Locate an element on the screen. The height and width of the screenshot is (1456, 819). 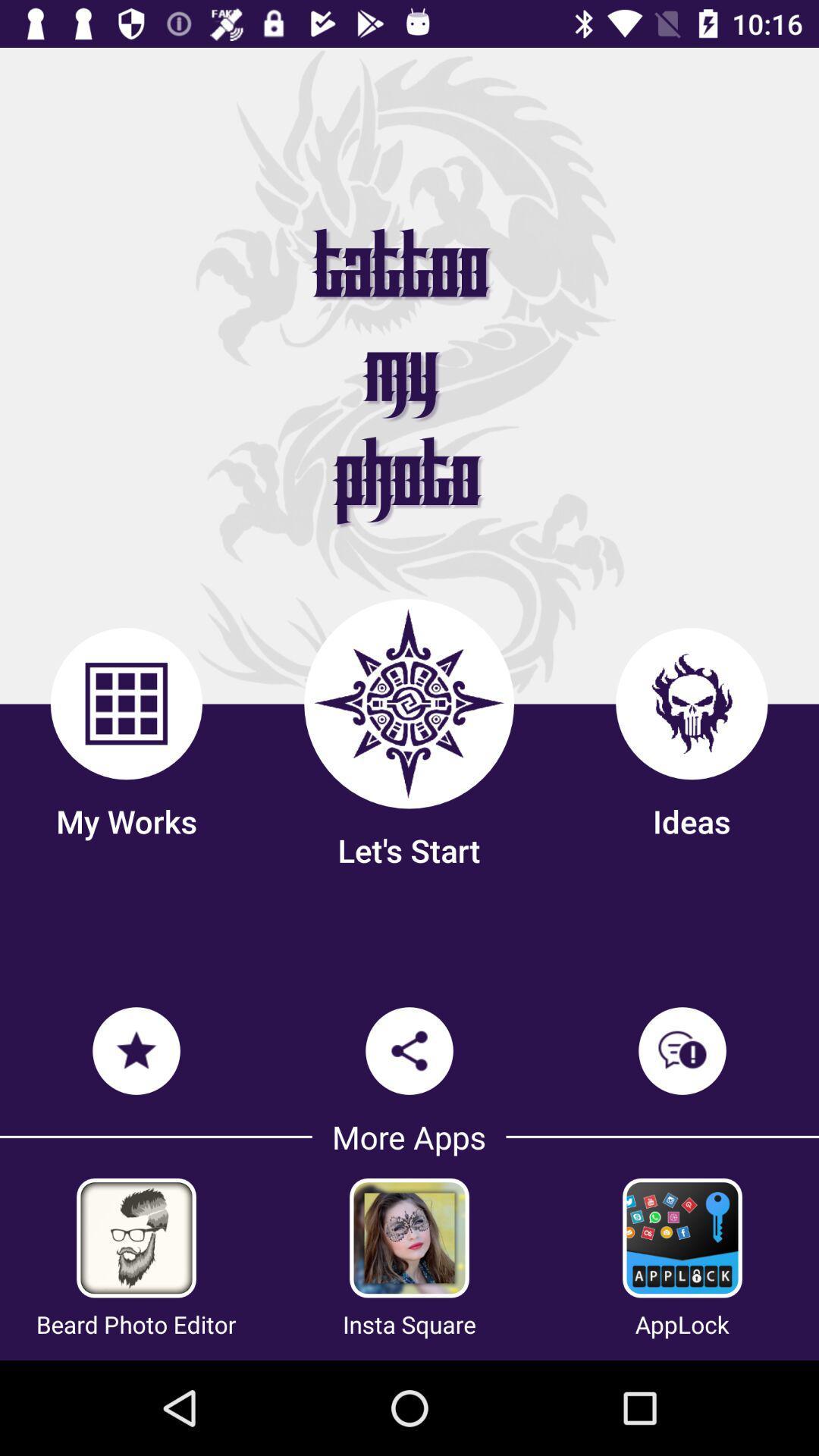
options is located at coordinates (136, 1238).